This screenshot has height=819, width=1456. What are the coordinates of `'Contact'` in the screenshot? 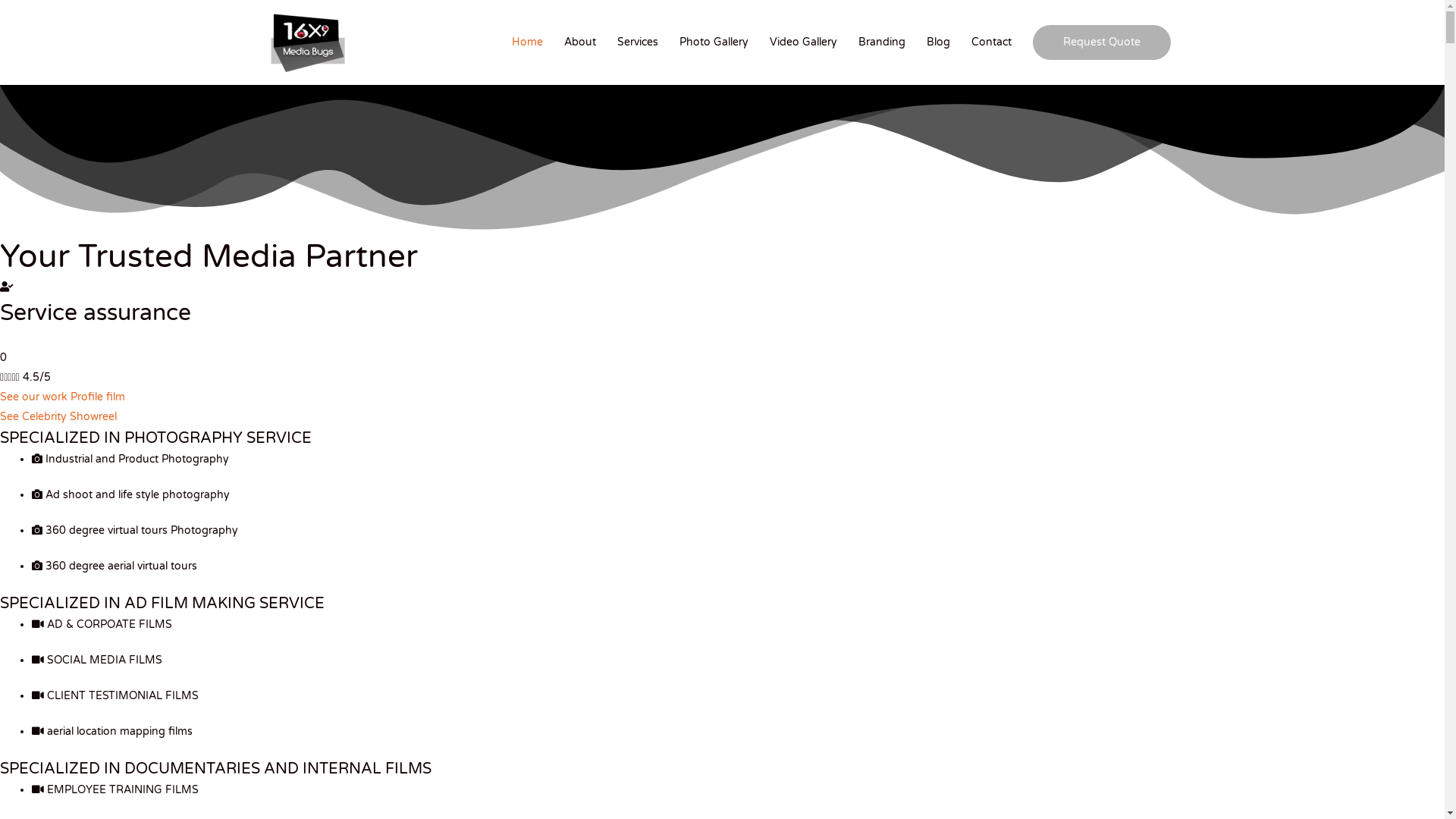 It's located at (991, 42).